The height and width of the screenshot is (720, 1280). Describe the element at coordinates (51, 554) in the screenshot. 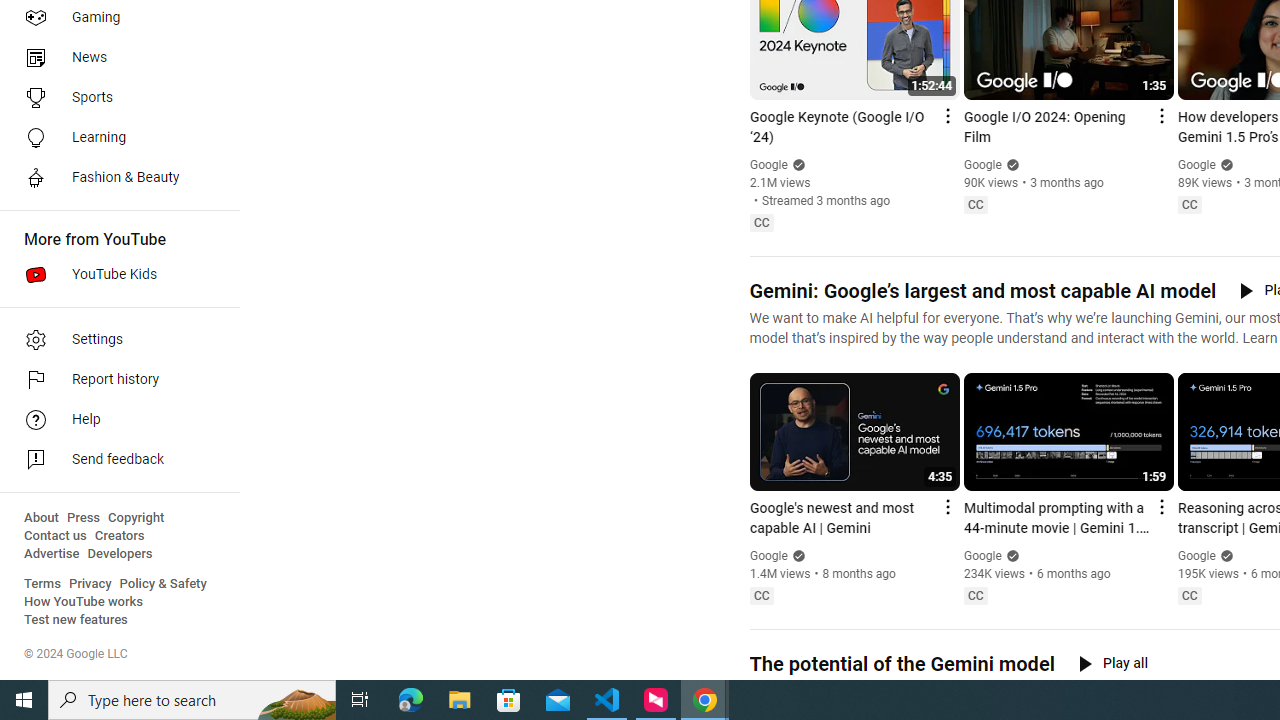

I see `'Advertise'` at that location.